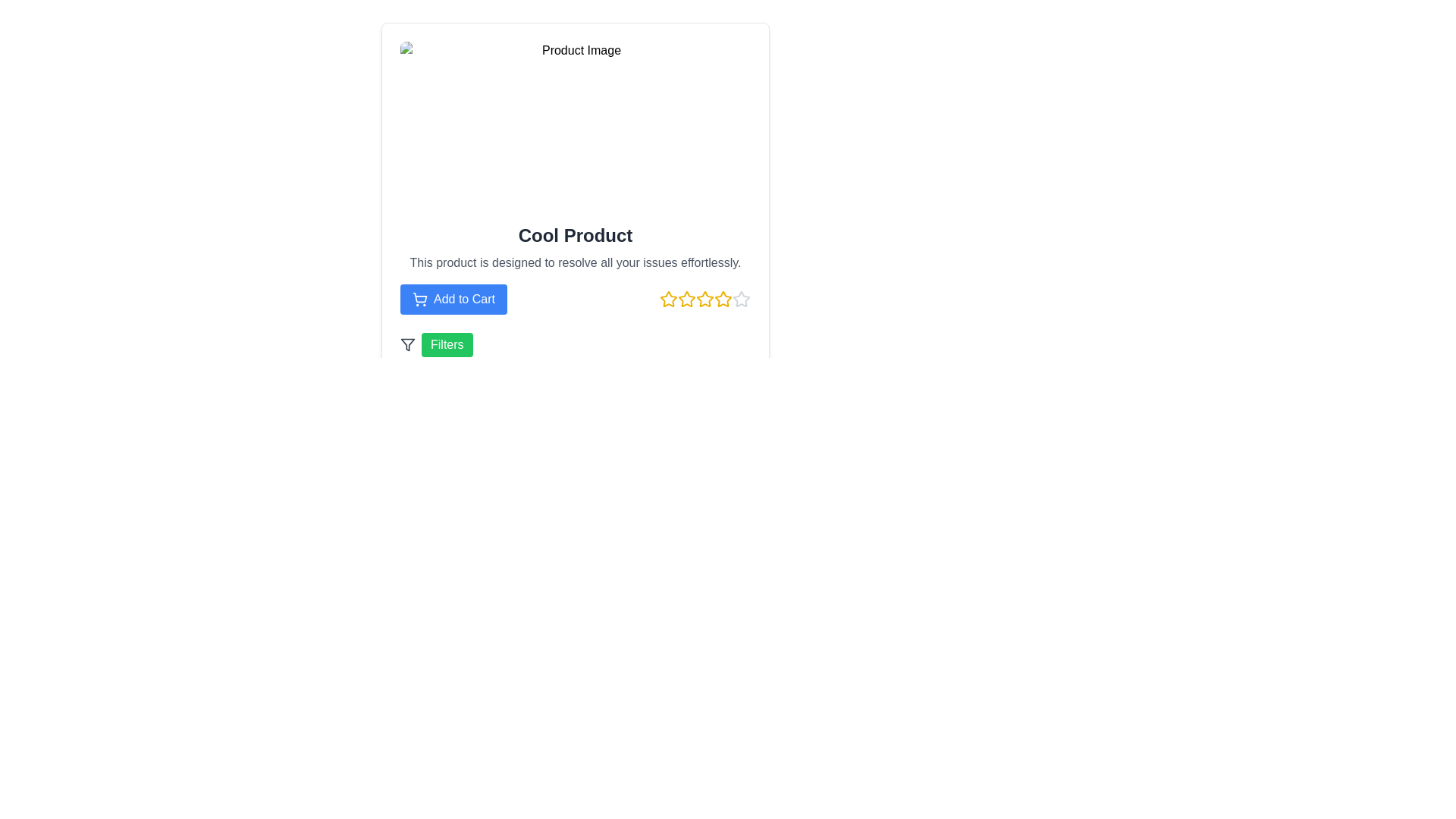  Describe the element at coordinates (686, 299) in the screenshot. I see `the third star icon in the interactive rating sequence` at that location.